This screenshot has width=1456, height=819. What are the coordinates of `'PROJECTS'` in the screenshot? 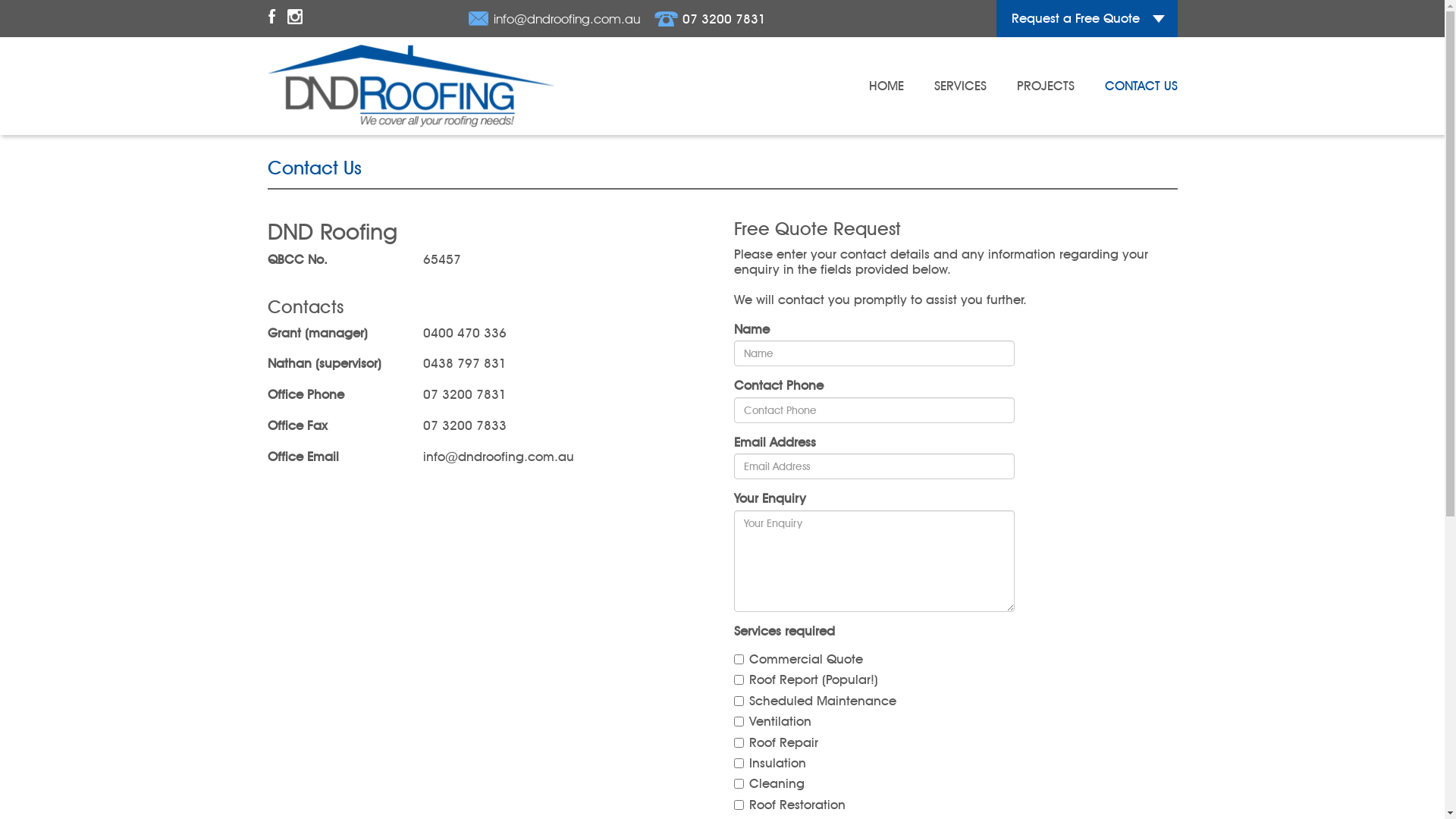 It's located at (1043, 85).